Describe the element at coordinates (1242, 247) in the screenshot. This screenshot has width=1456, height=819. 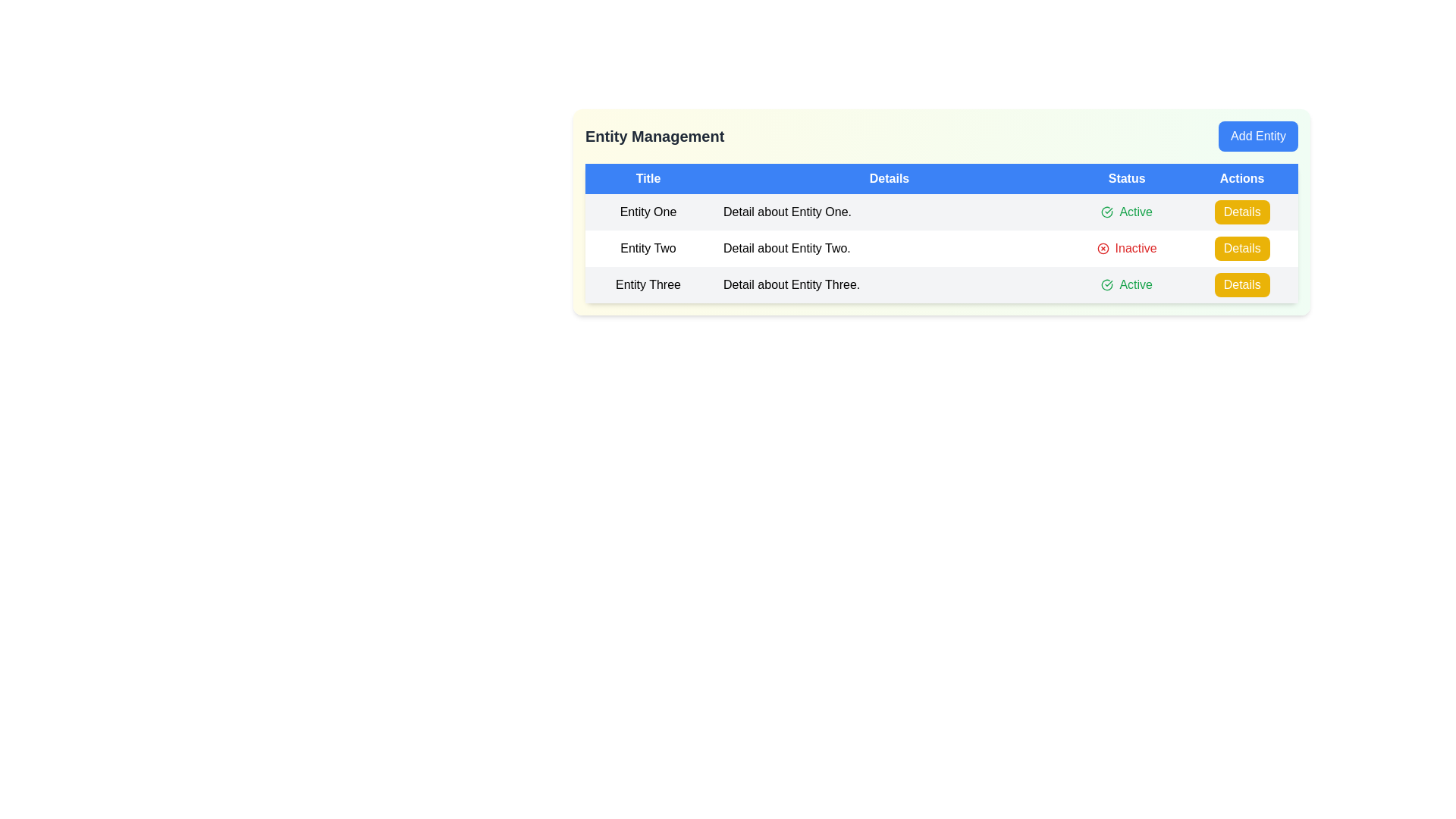
I see `the rectangular button with rounded corners that has a vibrant yellow background and white text reading 'Details', located in the last column of the row for 'Entity Two' under the 'Actions' header` at that location.